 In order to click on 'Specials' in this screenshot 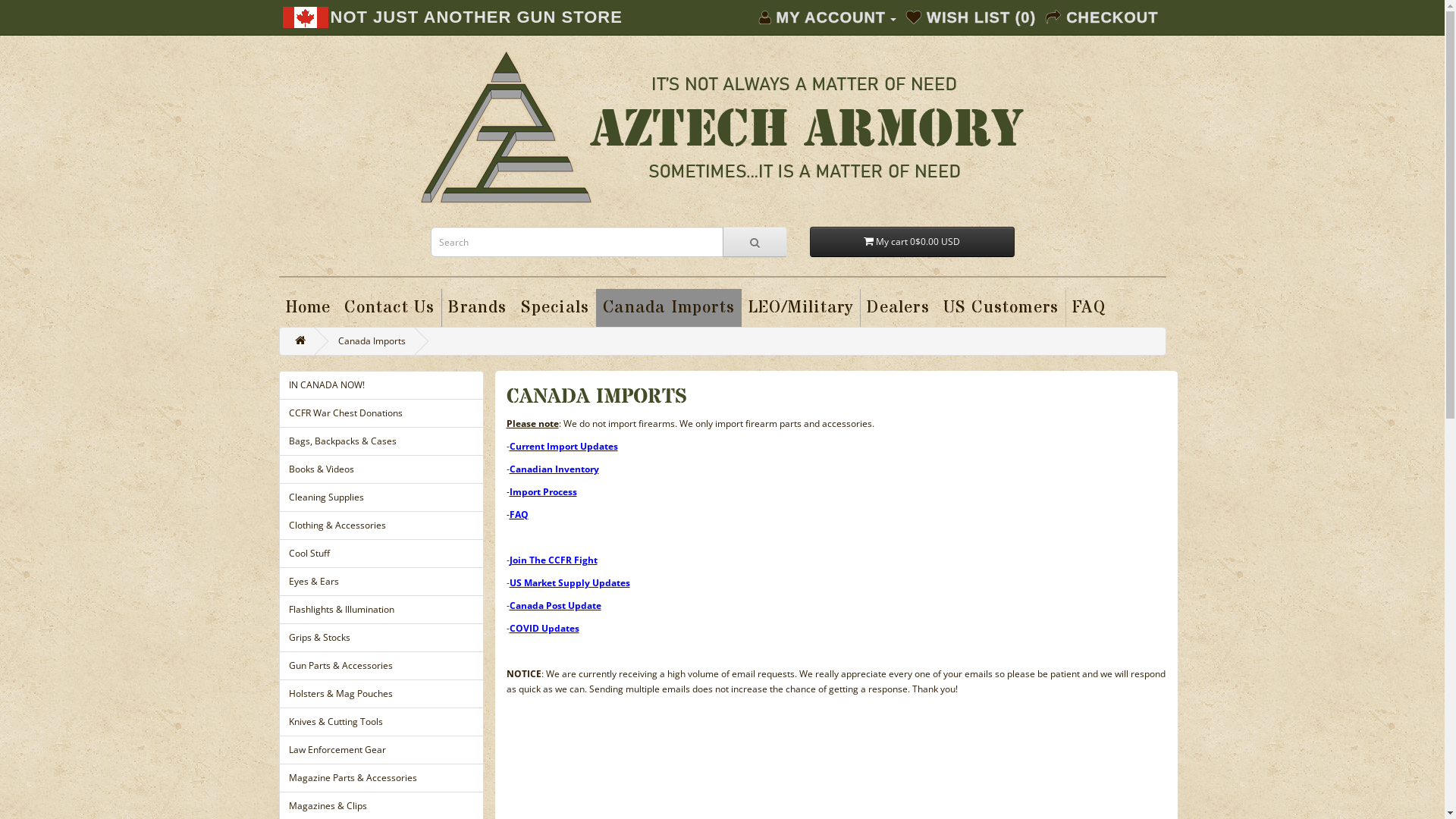, I will do `click(554, 307)`.